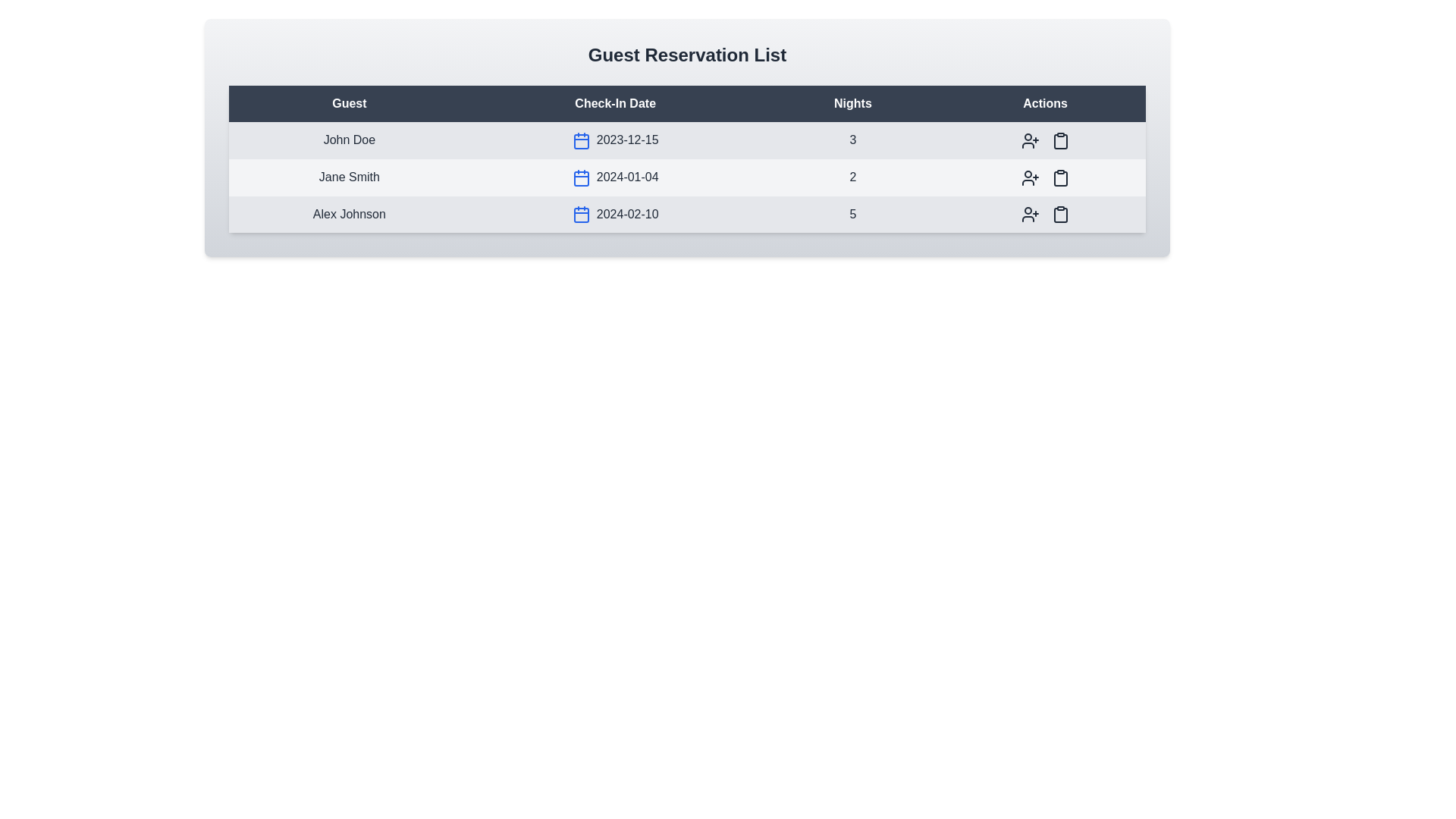 This screenshot has height=819, width=1456. Describe the element at coordinates (580, 140) in the screenshot. I see `the blue calendar icon located in the 'Check-In Date' column of the first row in the 'Guest Reservation List' table, positioned to the left of the date '2023-12-15'` at that location.